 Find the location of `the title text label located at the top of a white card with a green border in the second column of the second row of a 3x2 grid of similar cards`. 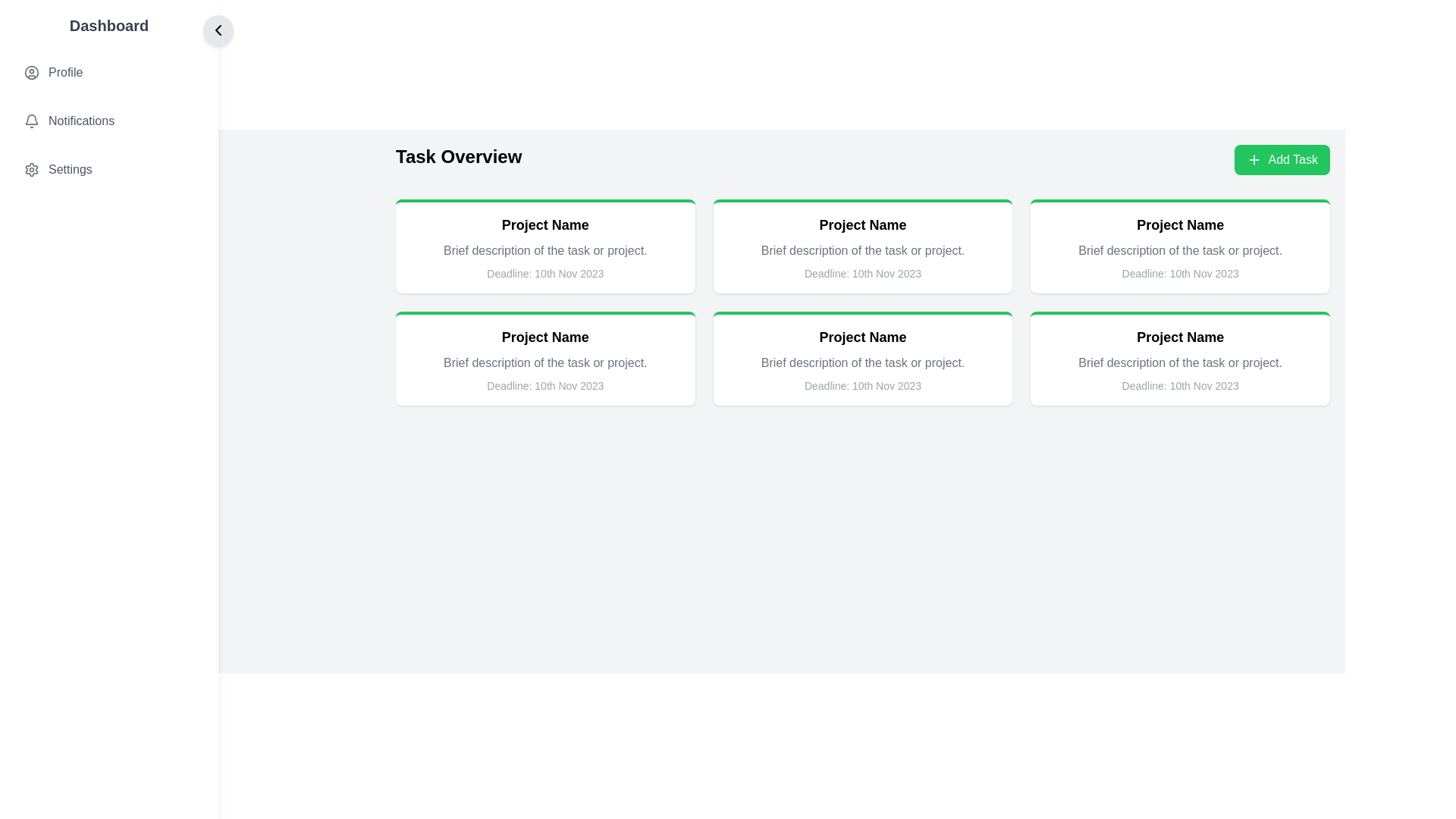

the title text label located at the top of a white card with a green border in the second column of the second row of a 3x2 grid of similar cards is located at coordinates (862, 336).